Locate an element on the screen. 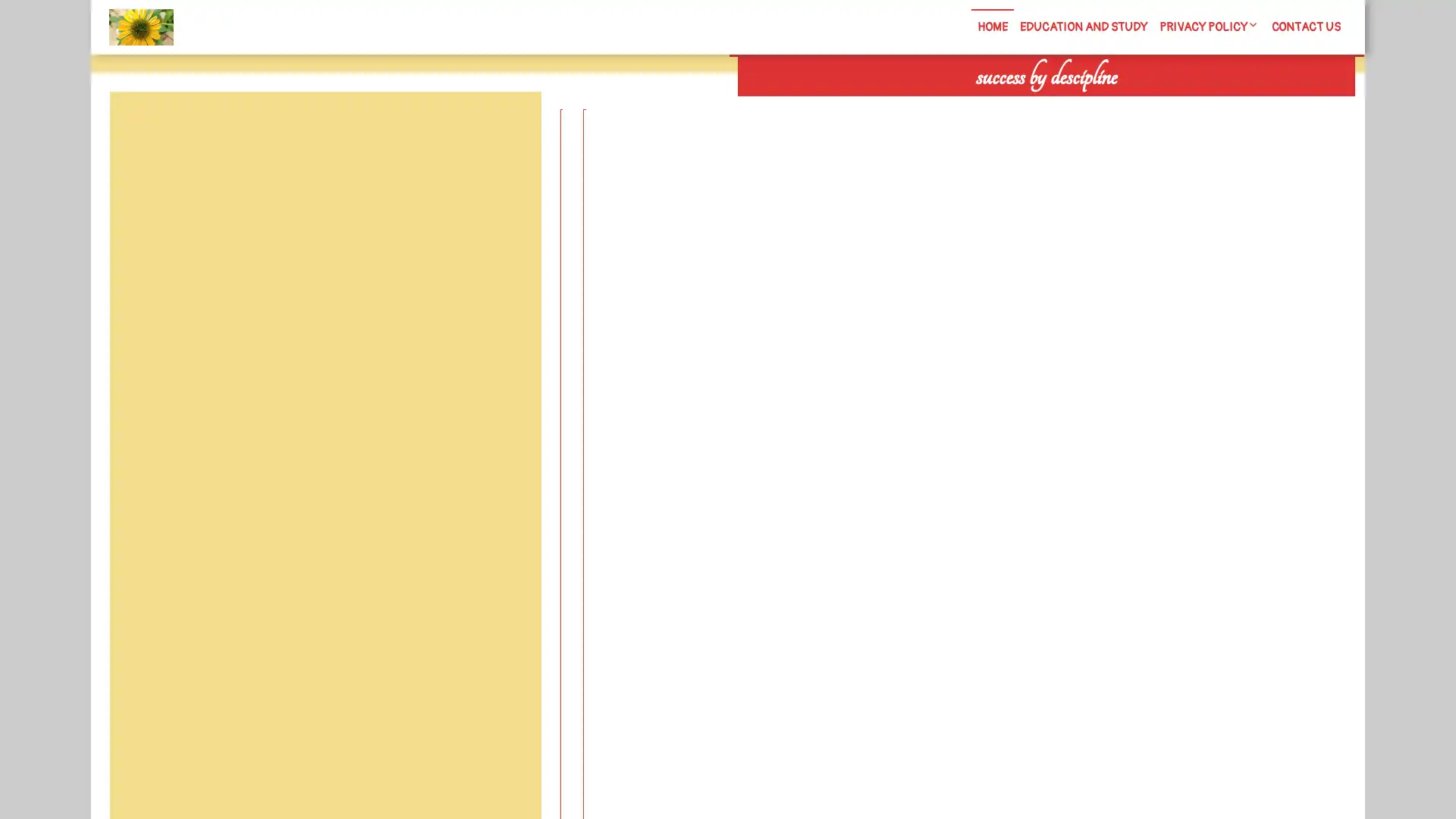 The image size is (1456, 819). Search is located at coordinates (506, 127).